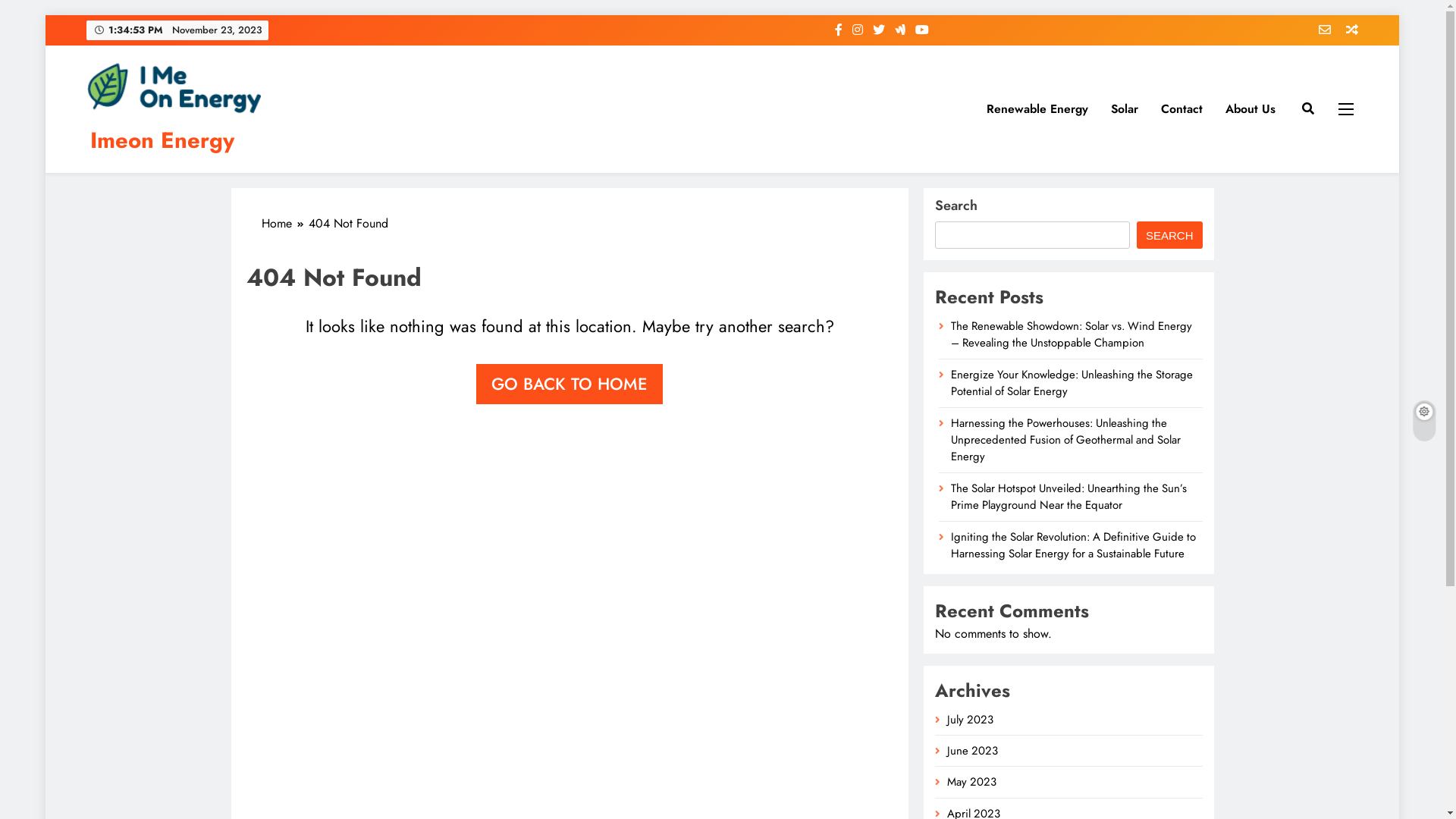 The image size is (1456, 819). What do you see at coordinates (1099, 108) in the screenshot?
I see `'Solar'` at bounding box center [1099, 108].